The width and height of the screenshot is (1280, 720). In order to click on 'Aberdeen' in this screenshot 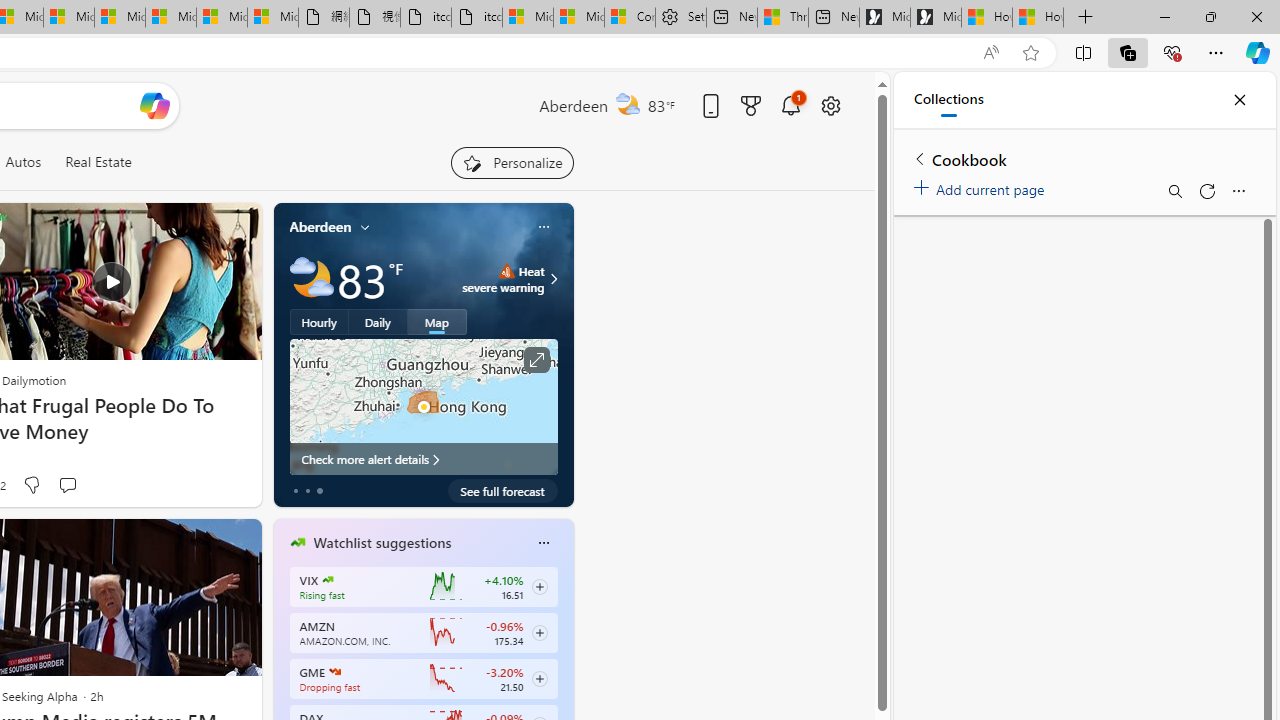, I will do `click(320, 226)`.